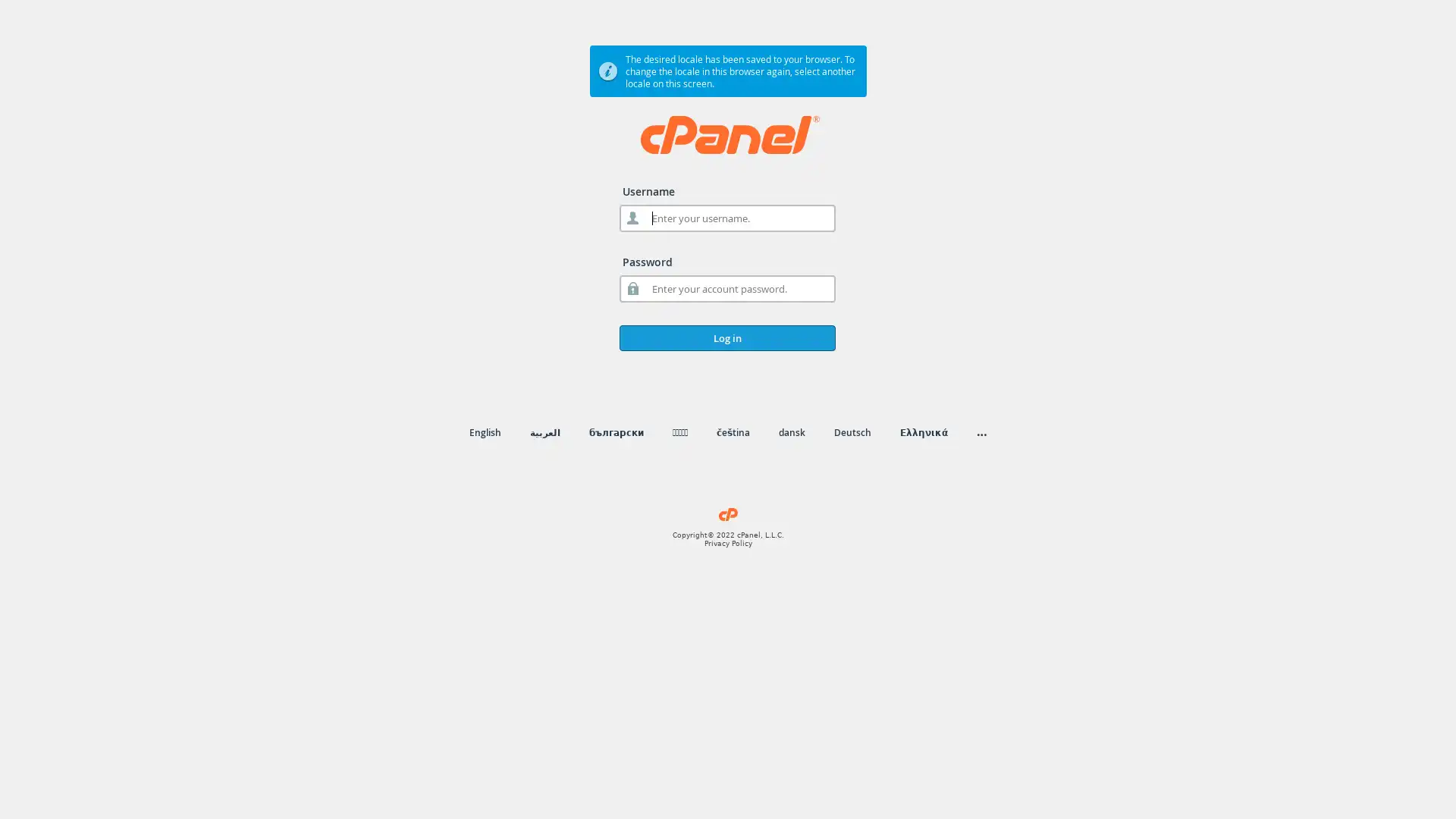 The image size is (1456, 819). Describe the element at coordinates (726, 337) in the screenshot. I see `Log in` at that location.